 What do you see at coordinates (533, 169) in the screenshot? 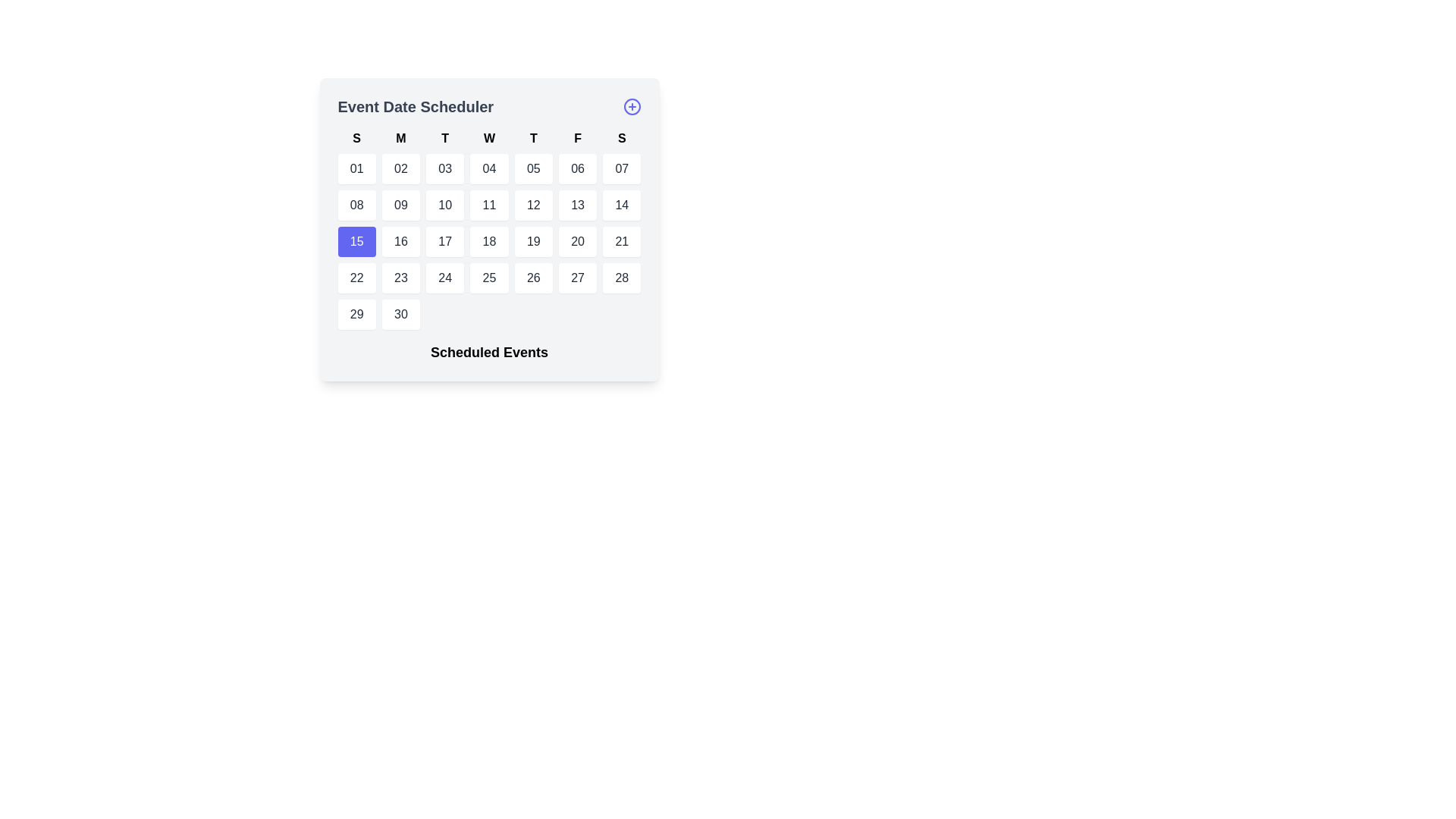
I see `the button displaying the number '05' in the calendar layout` at bounding box center [533, 169].